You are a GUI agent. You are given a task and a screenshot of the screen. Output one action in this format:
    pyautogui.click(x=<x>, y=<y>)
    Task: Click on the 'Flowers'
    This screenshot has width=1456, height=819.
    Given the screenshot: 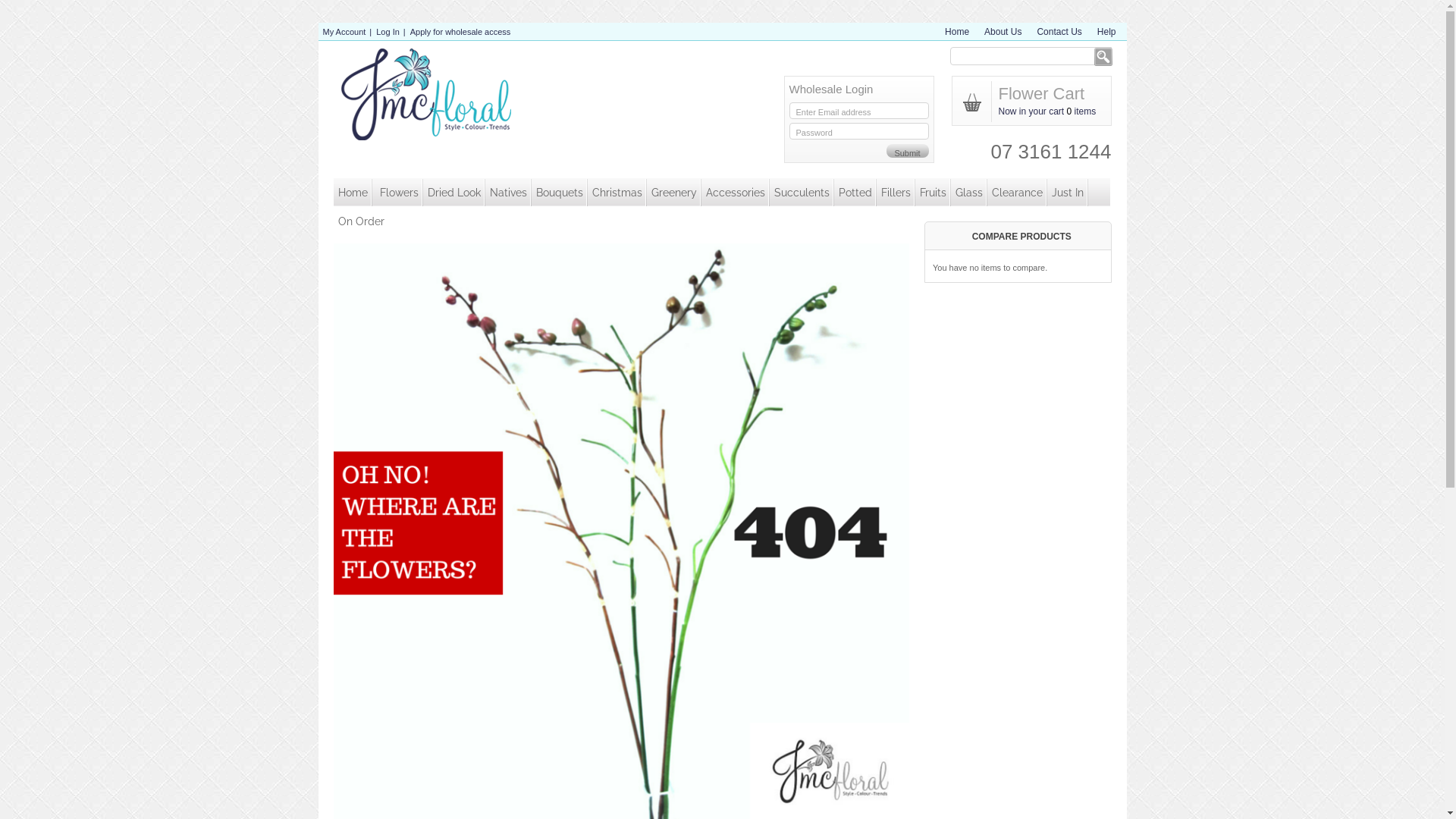 What is the action you would take?
    pyautogui.click(x=398, y=192)
    